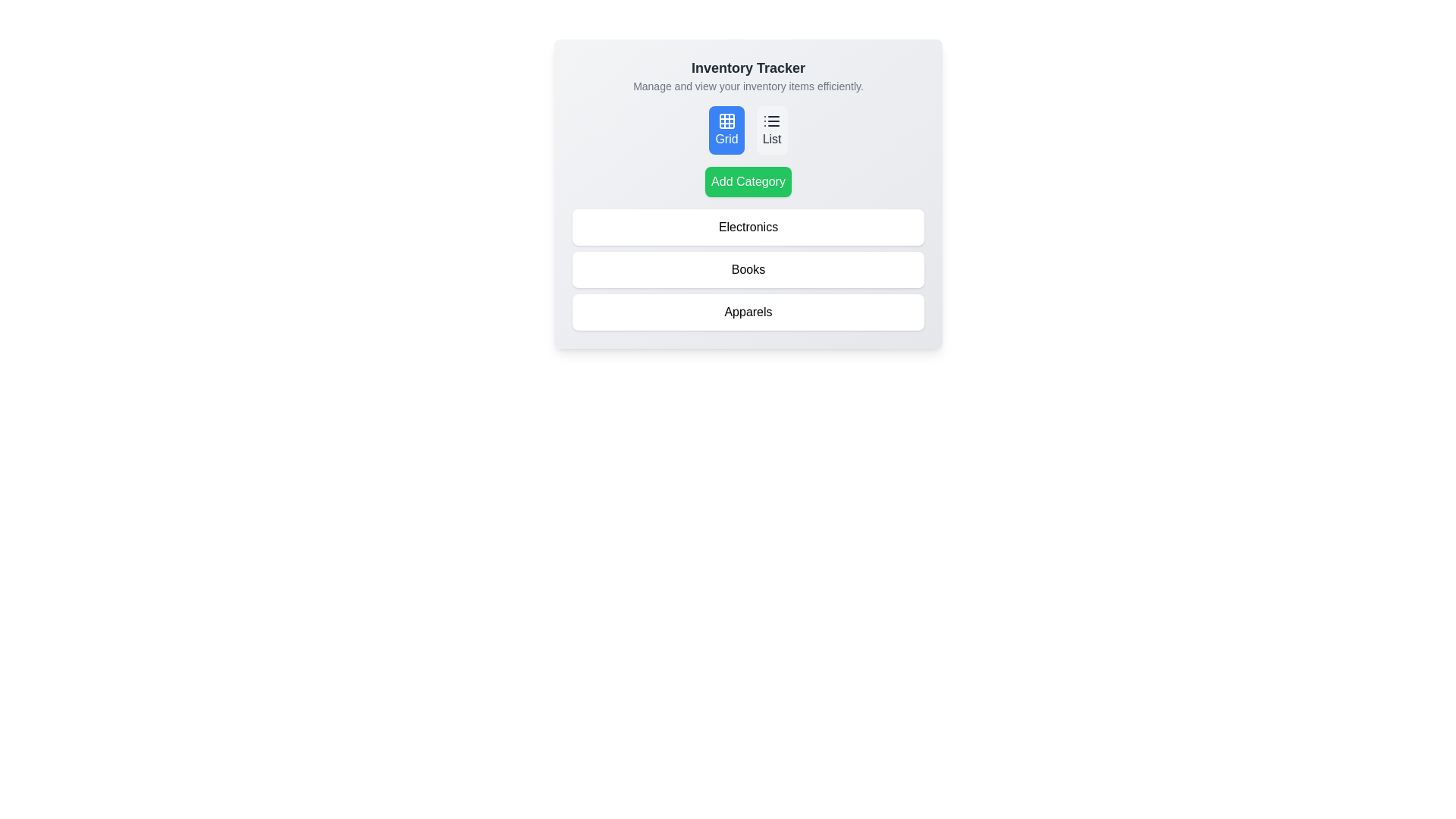 The height and width of the screenshot is (819, 1456). I want to click on the text element that serves as a description for the Inventory Tracker feature, positioned directly below the main title 'Inventory Tracker', so click(748, 86).